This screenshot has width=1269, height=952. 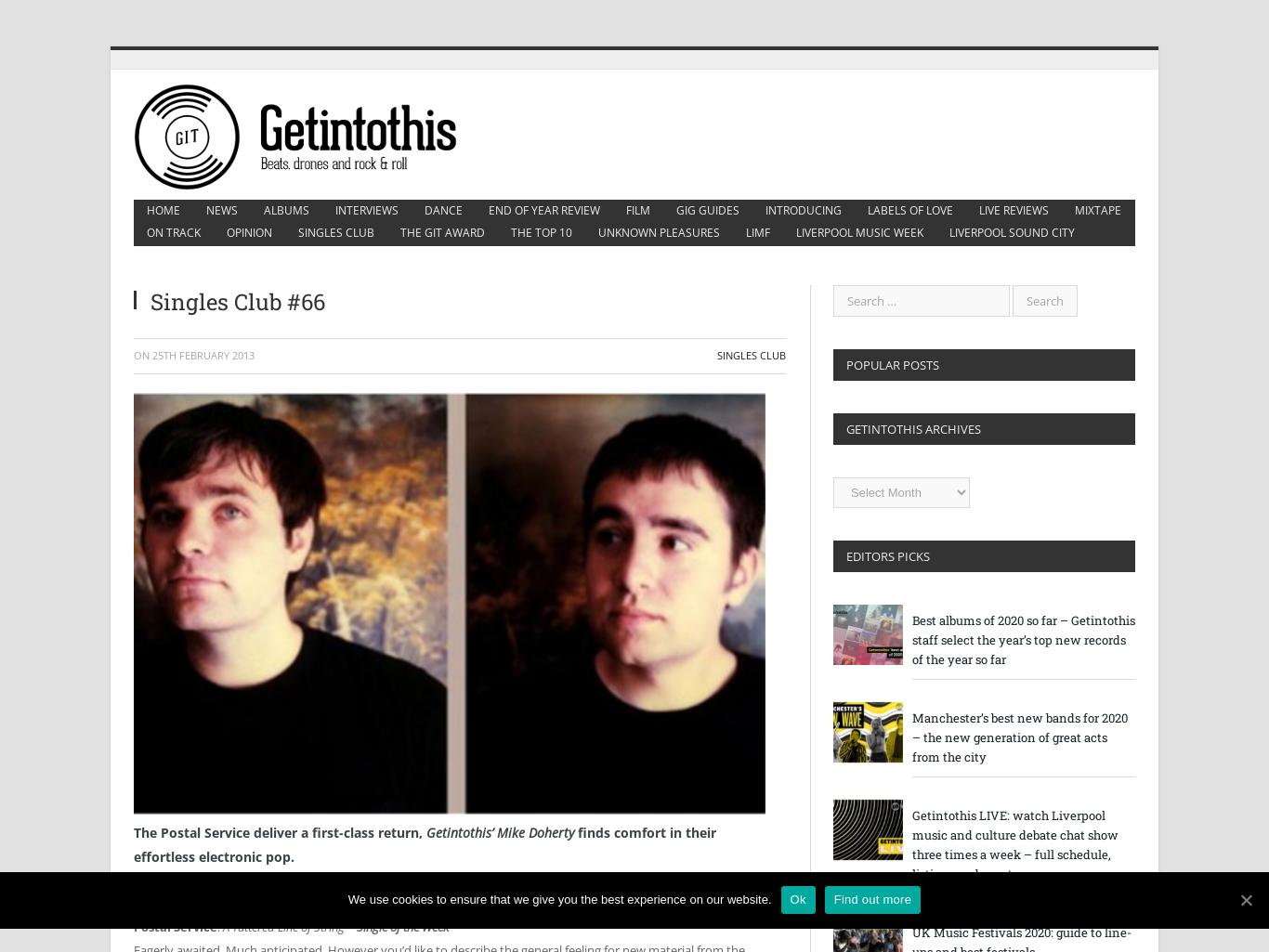 I want to click on 'Find out more', so click(x=871, y=899).